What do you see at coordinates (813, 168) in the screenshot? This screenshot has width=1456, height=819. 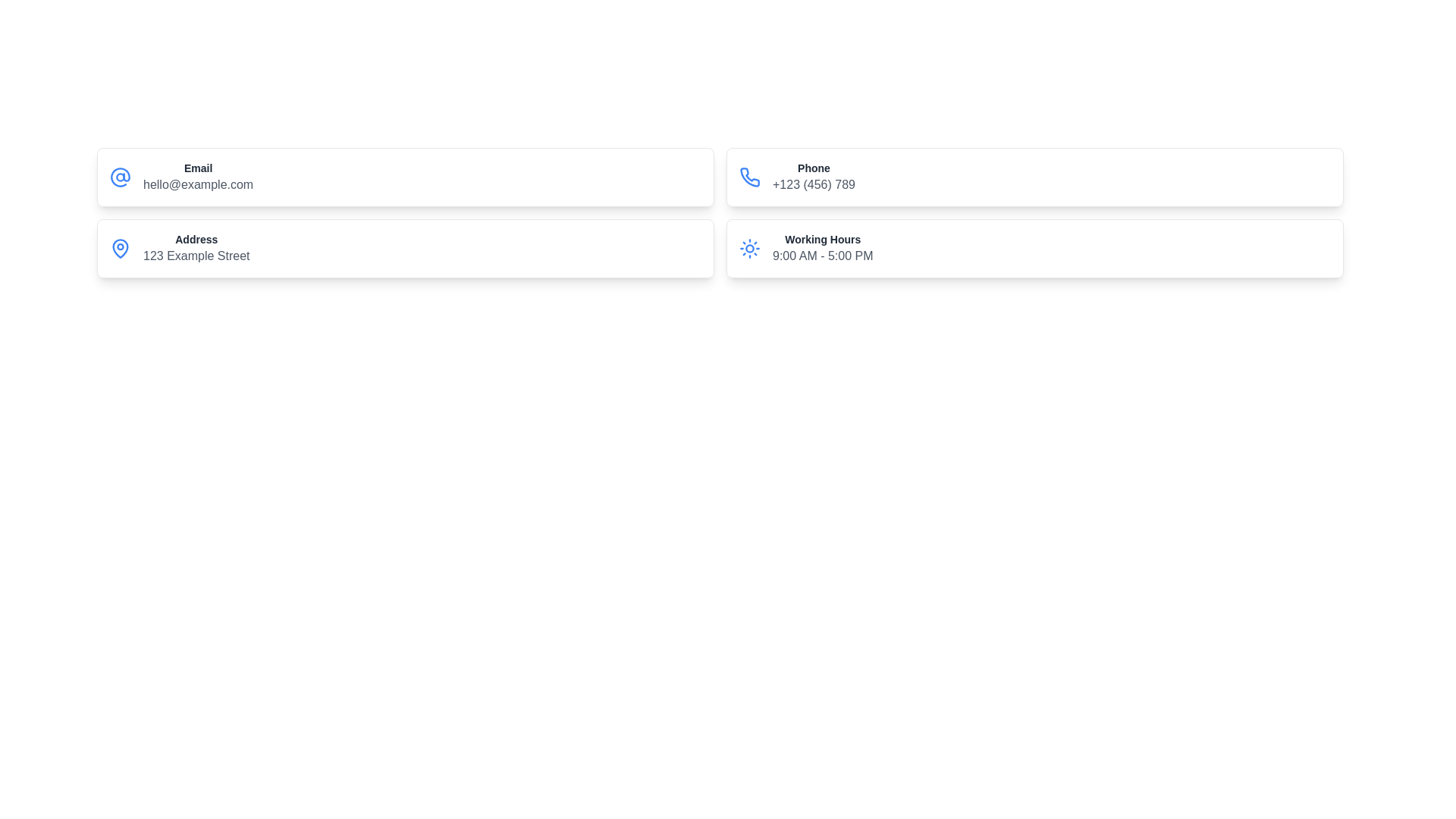 I see `the text label reading 'Phone' located in the top-right quadrant of the page, styled in a smaller bold font and dark gray color, part of the right-side contact information section` at bounding box center [813, 168].